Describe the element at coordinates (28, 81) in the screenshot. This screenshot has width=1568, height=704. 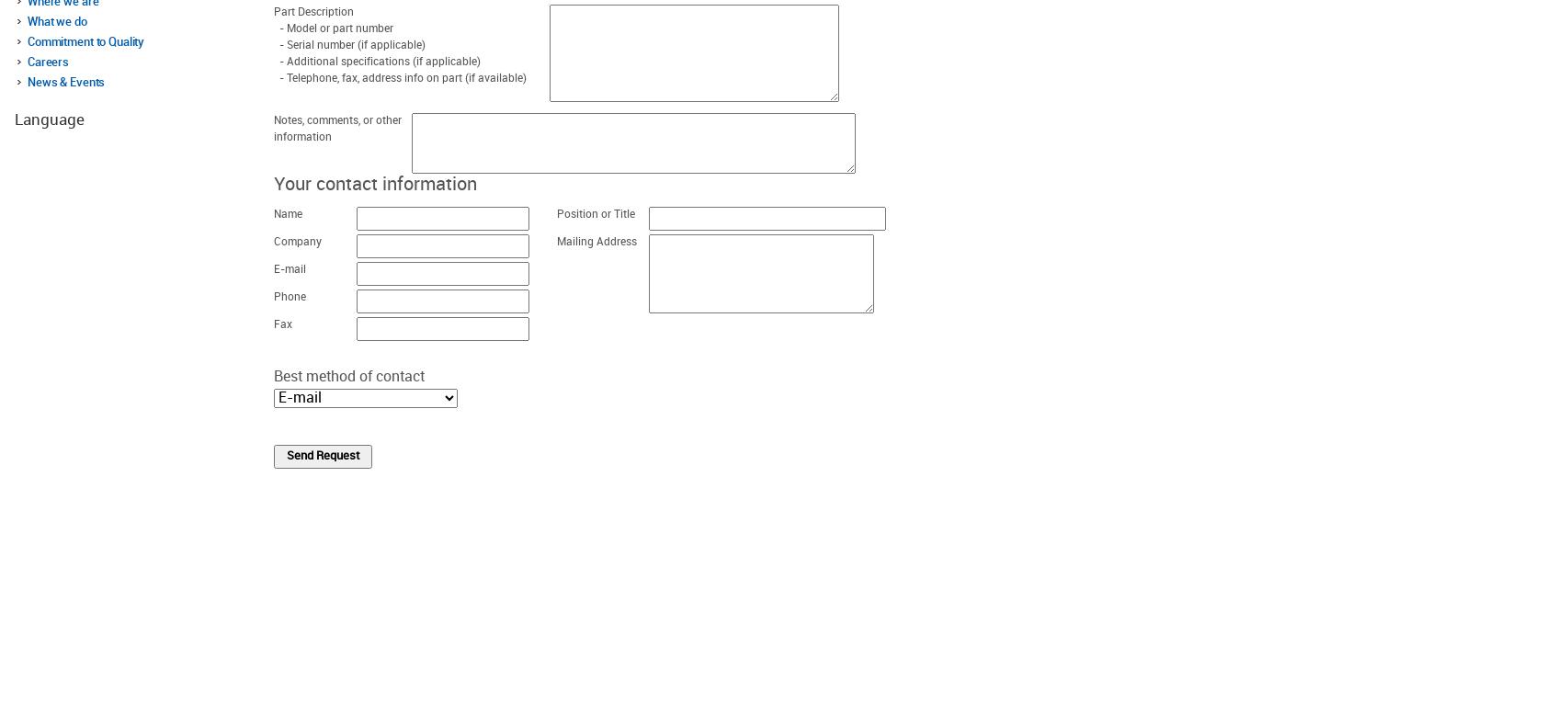
I see `'News & Events'` at that location.